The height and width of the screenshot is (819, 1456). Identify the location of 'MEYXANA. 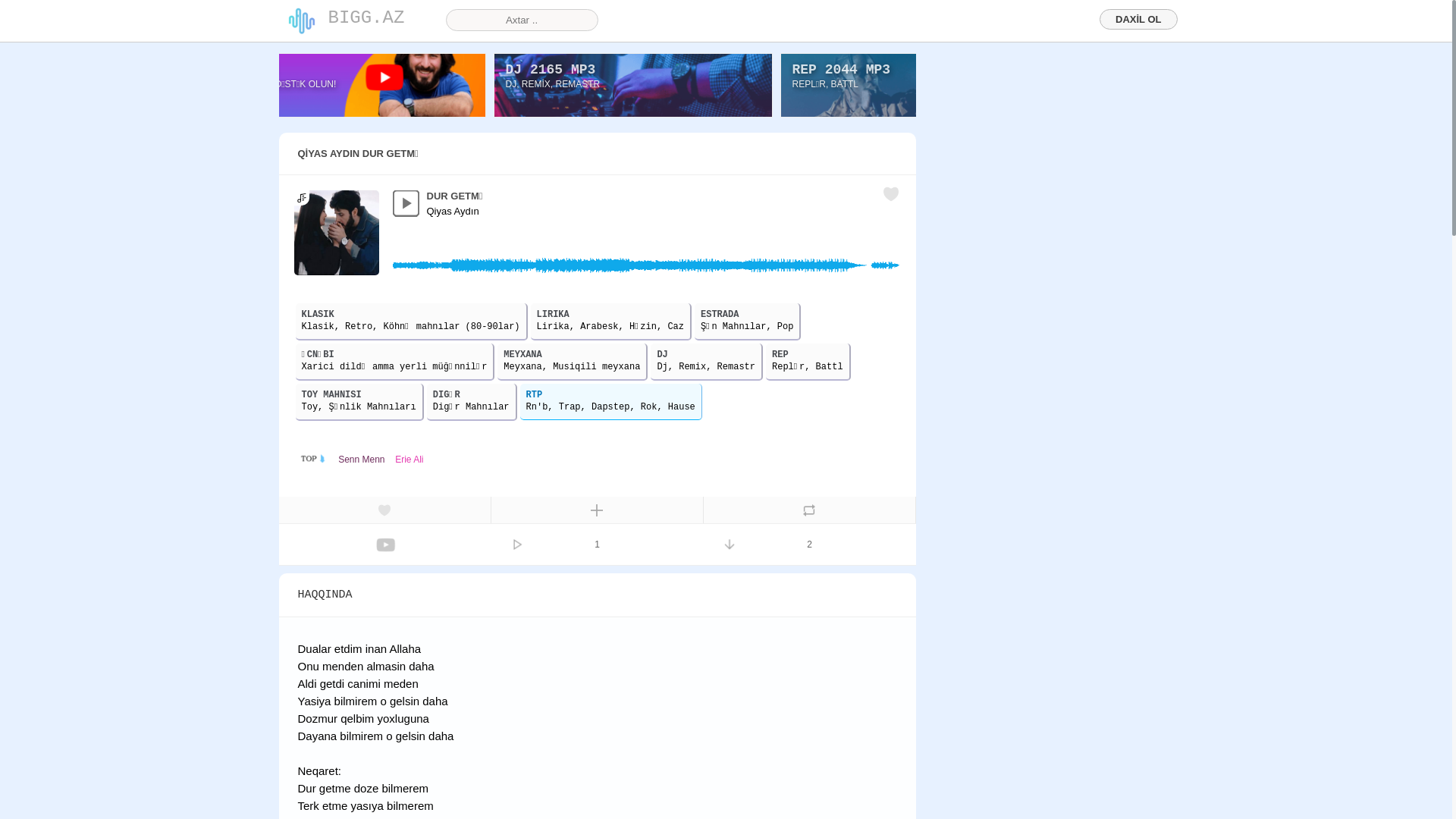
(571, 362).